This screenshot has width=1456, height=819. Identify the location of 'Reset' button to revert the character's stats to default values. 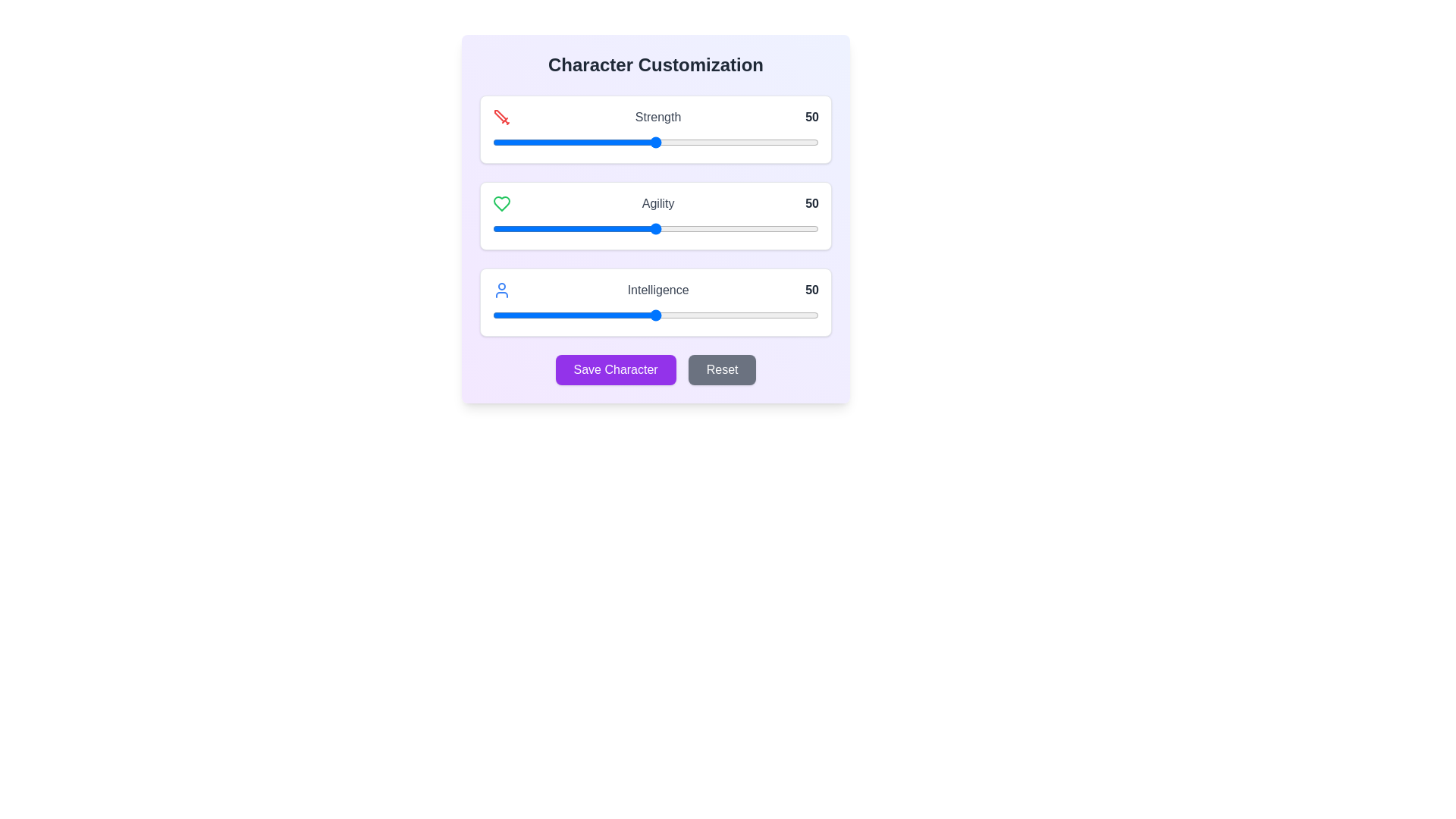
(721, 370).